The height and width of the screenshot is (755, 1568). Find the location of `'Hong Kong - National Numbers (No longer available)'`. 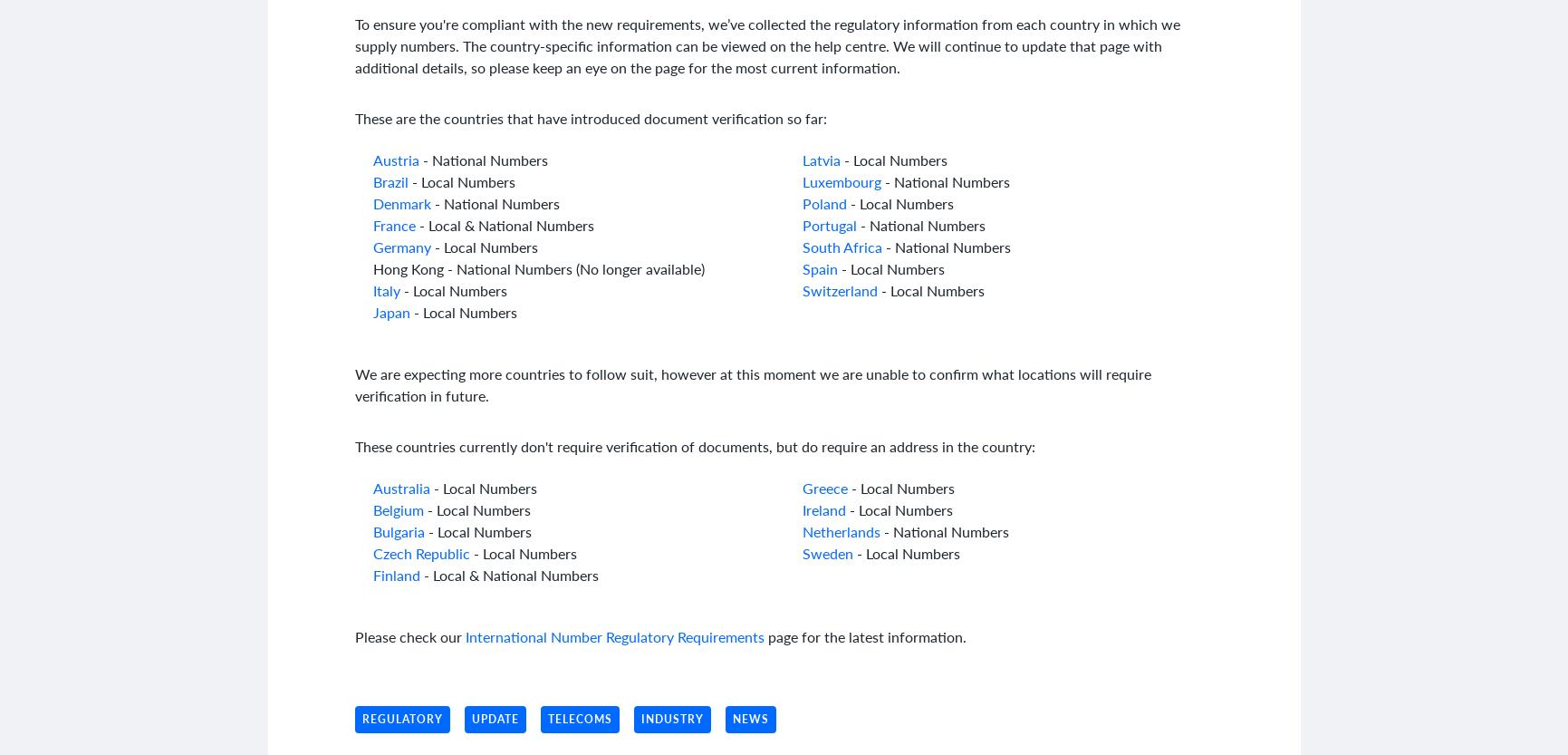

'Hong Kong - National Numbers (No longer available)' is located at coordinates (537, 268).